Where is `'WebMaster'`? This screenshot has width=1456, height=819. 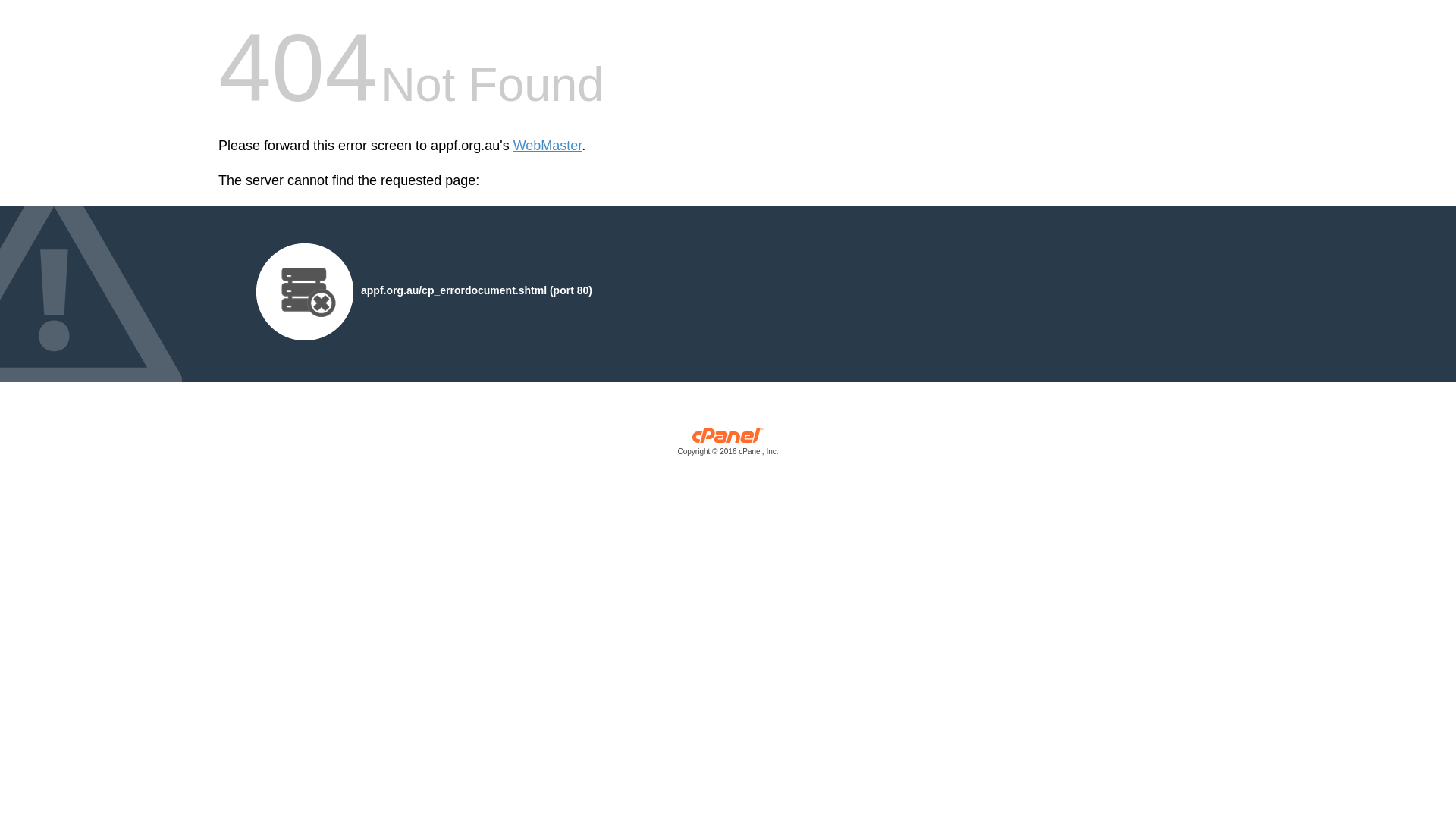
'WebMaster' is located at coordinates (547, 146).